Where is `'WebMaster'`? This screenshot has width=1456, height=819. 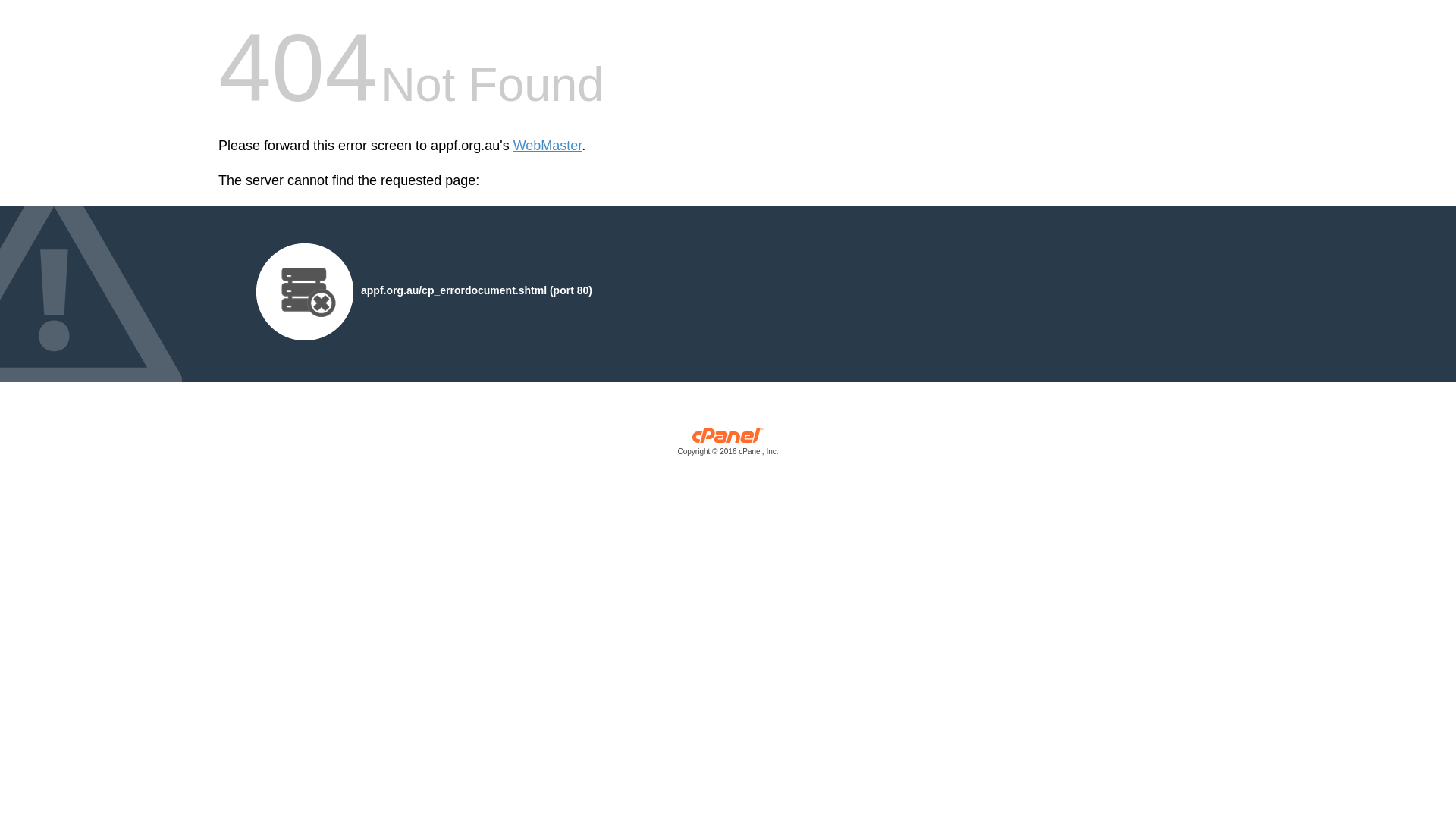
'WebMaster' is located at coordinates (547, 146).